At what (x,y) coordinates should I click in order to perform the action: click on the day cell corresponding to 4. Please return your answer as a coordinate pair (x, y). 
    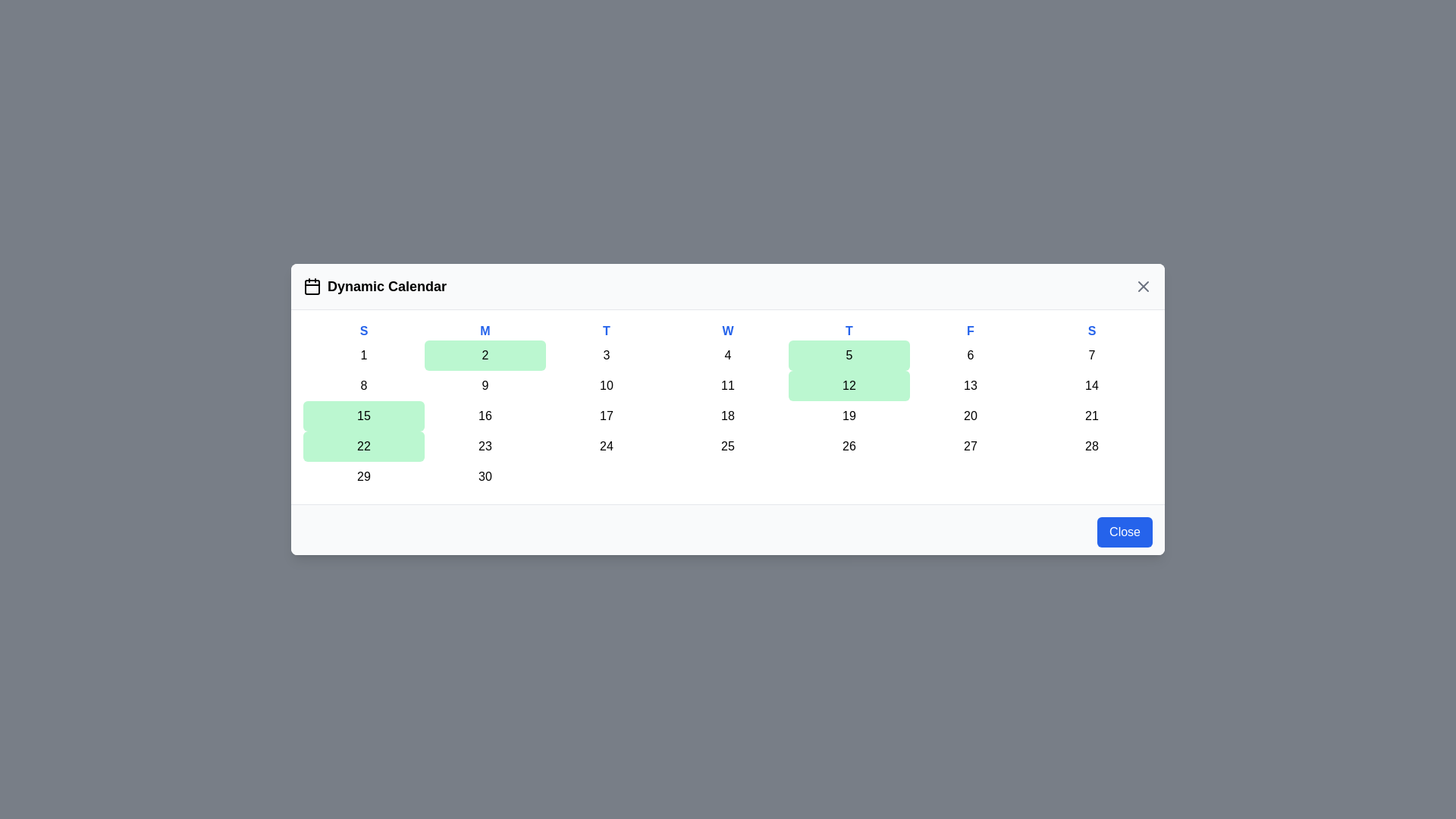
    Looking at the image, I should click on (728, 356).